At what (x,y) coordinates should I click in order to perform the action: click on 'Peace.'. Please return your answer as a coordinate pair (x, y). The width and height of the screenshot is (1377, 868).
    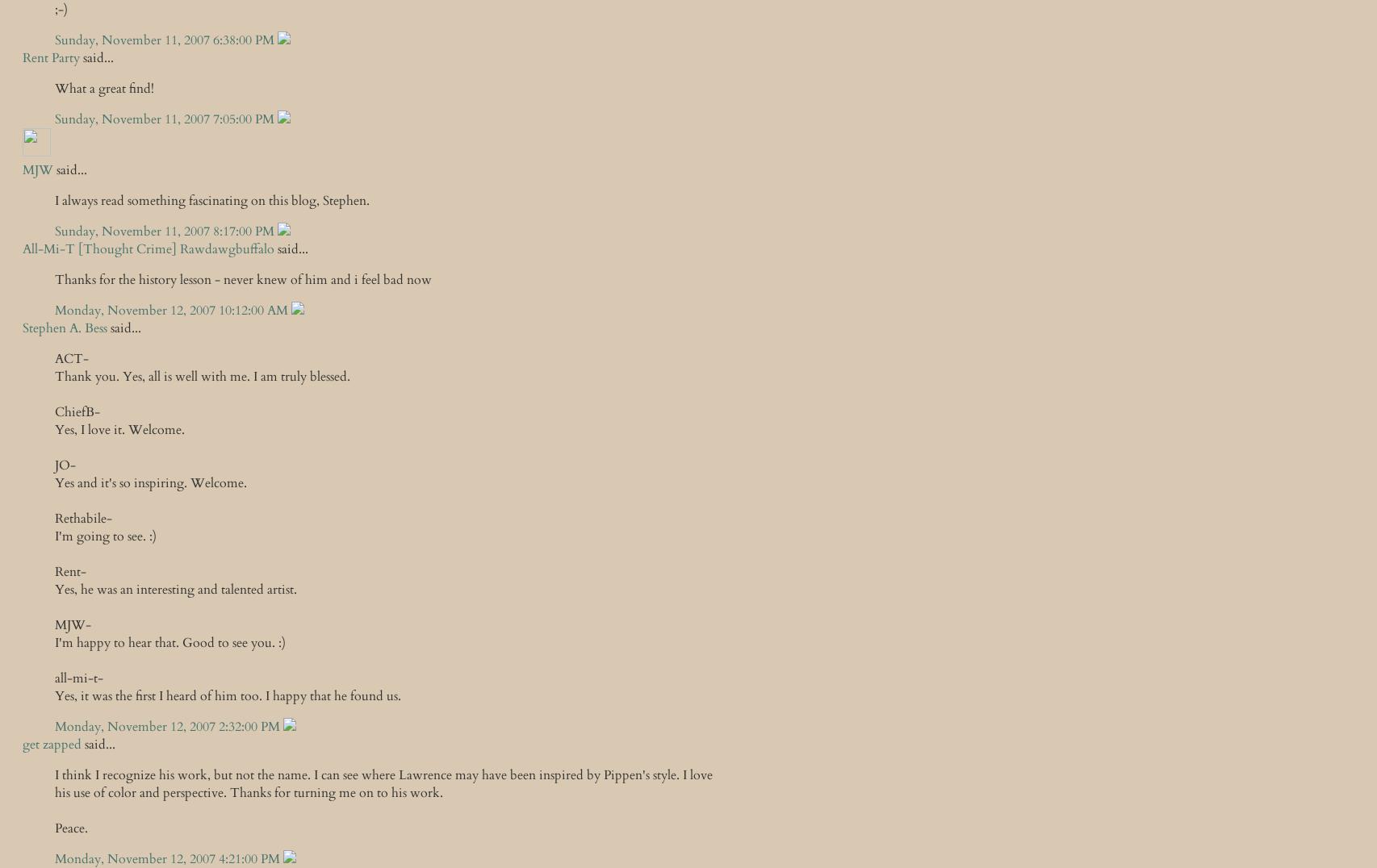
    Looking at the image, I should click on (71, 828).